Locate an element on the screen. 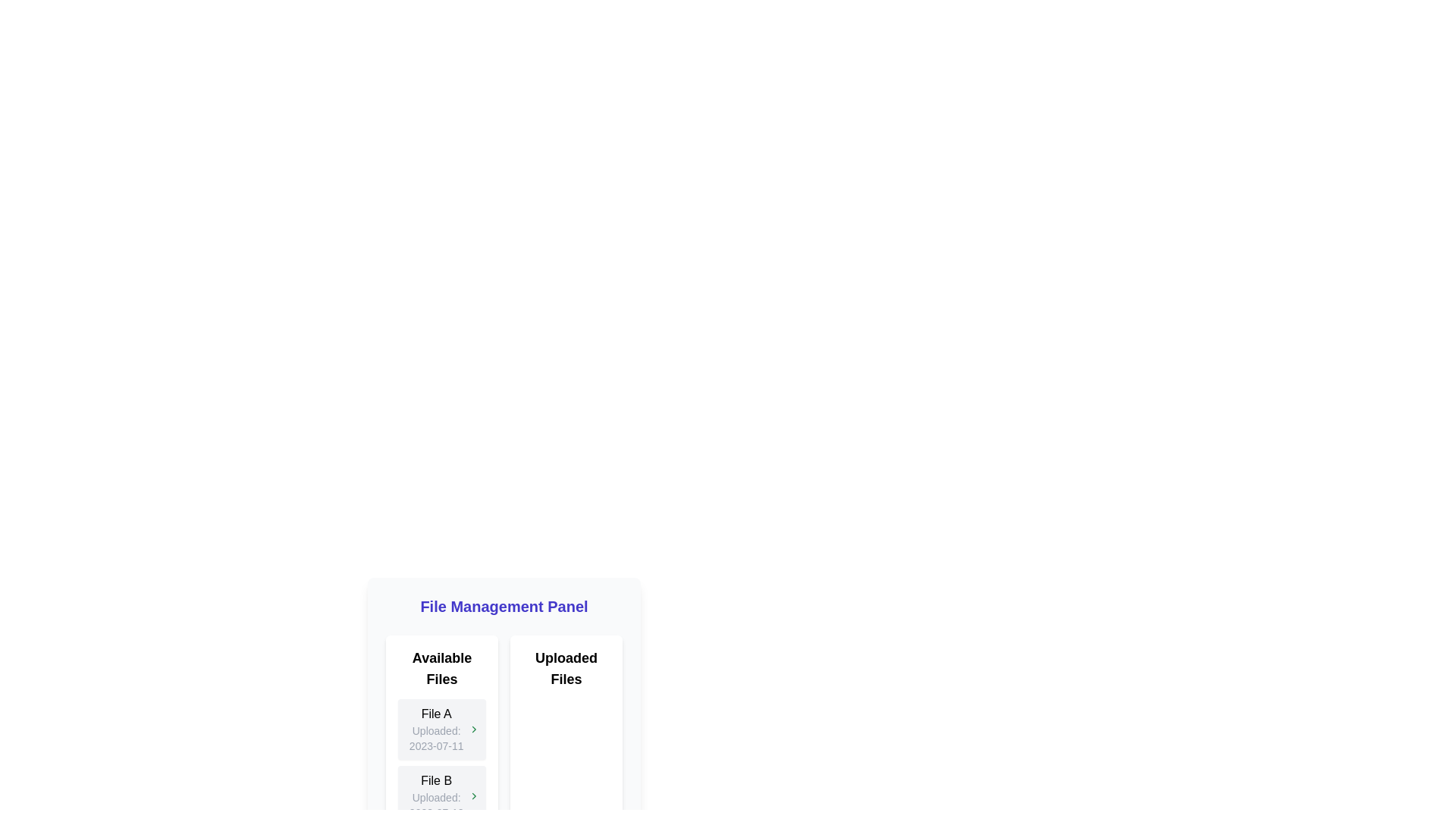 This screenshot has height=819, width=1456. the bold, large-sized title text 'File Management Panel' in indigo color, which is located at the top of the panel interface is located at coordinates (504, 605).